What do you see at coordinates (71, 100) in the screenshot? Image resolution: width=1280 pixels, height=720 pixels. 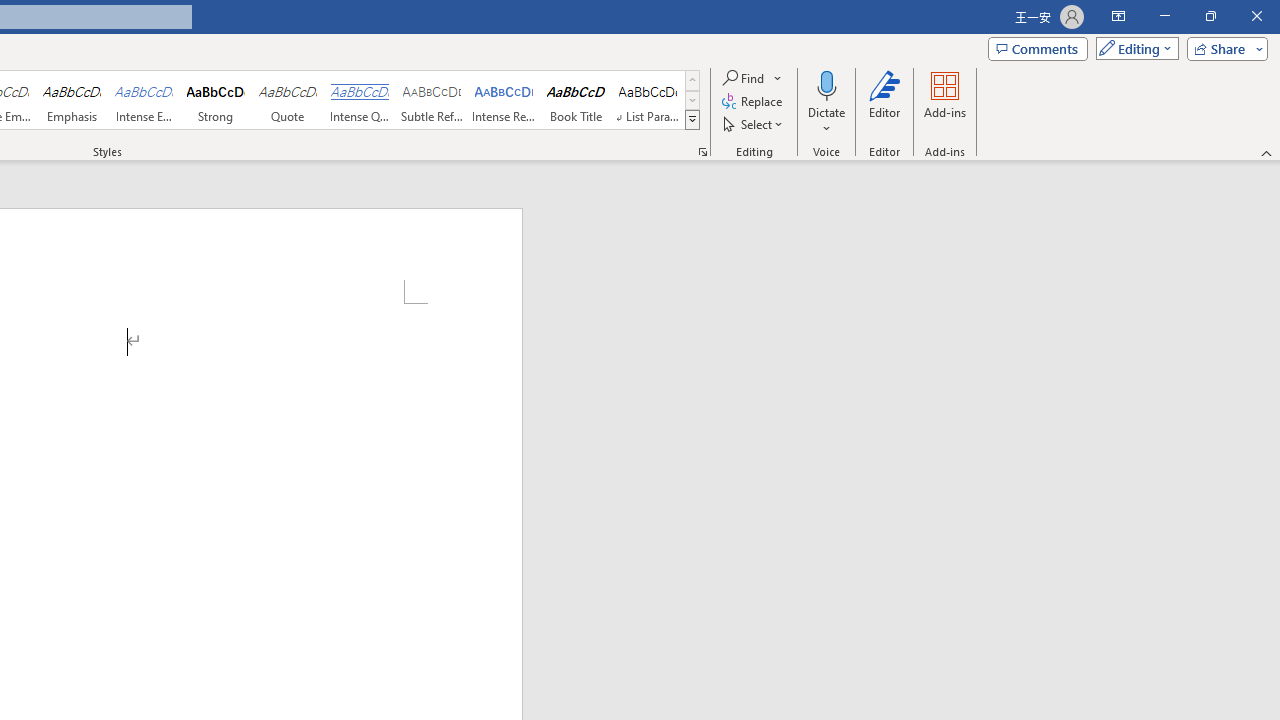 I see `'Emphasis'` at bounding box center [71, 100].